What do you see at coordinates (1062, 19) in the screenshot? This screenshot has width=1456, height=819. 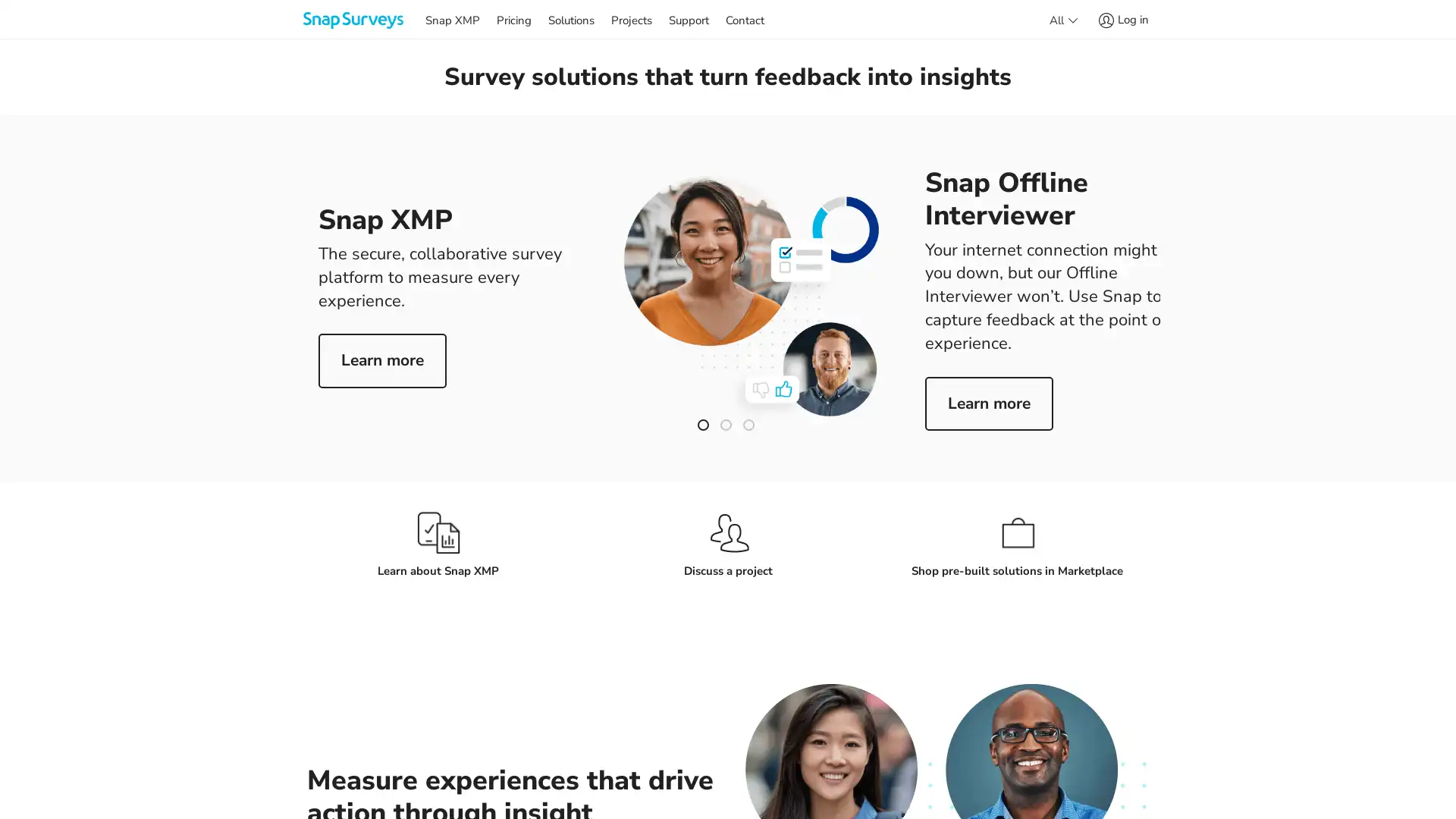 I see `All Snap Surveys - Expand to see list of Snap Surveys products and services` at bounding box center [1062, 19].